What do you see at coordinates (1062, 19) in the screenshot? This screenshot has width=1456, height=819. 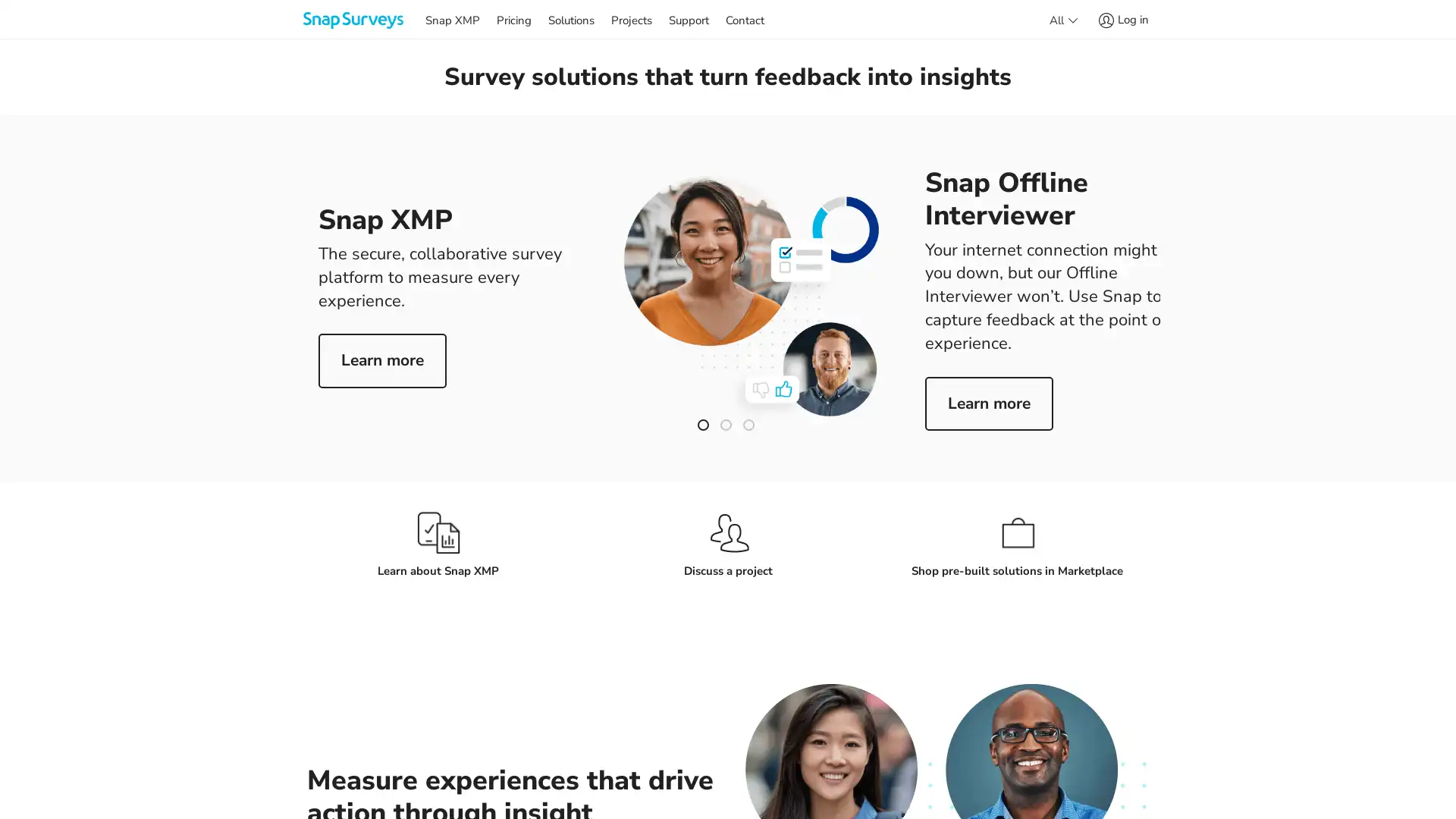 I see `All Snap Surveys - Expand to see list of Snap Surveys products and services` at bounding box center [1062, 19].